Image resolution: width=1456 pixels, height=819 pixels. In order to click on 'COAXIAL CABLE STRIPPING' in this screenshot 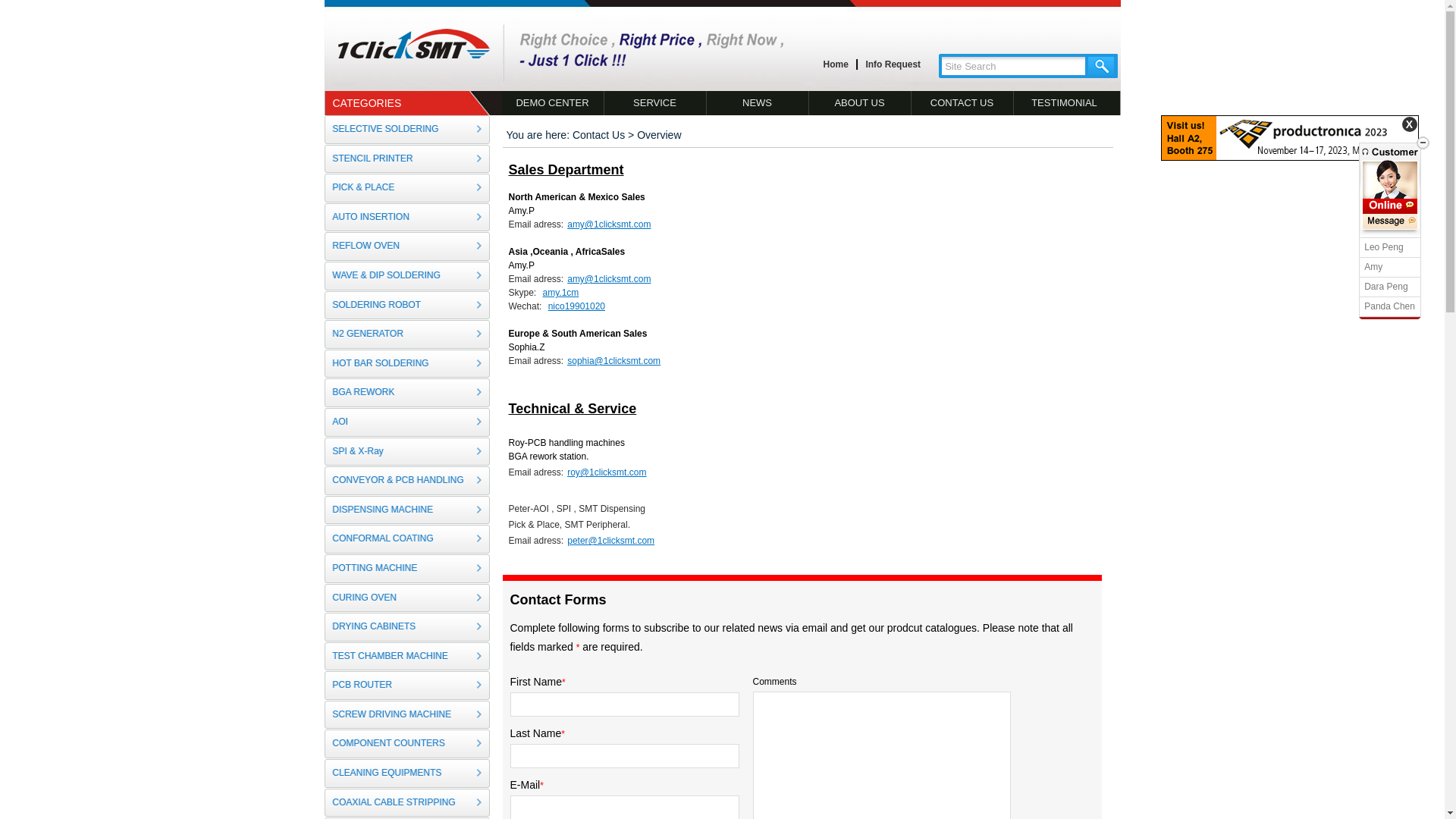, I will do `click(407, 802)`.